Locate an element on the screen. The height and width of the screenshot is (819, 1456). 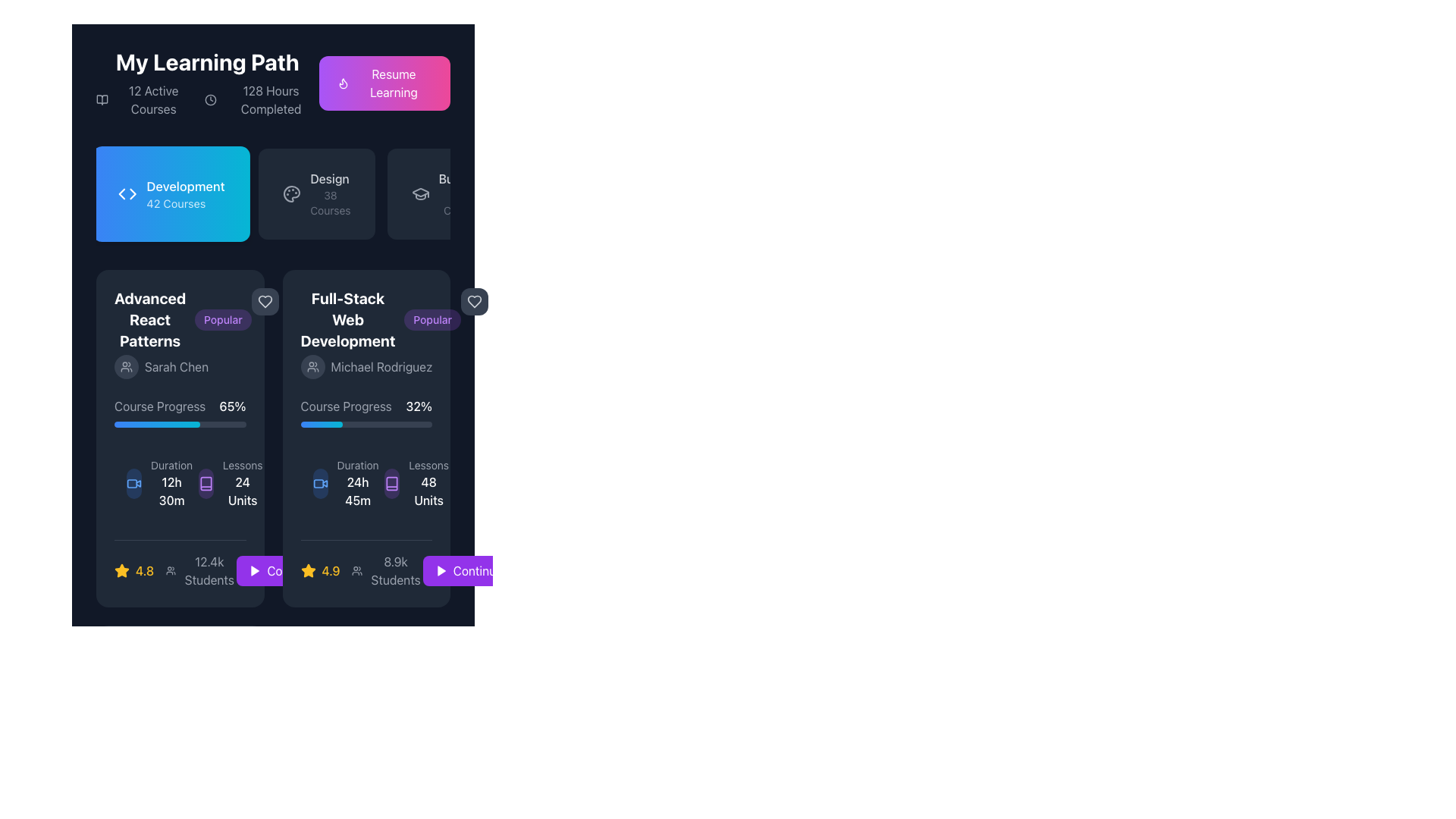
the 'Development' text label located at the top left of the interface, which identifies the category for related resources is located at coordinates (184, 185).